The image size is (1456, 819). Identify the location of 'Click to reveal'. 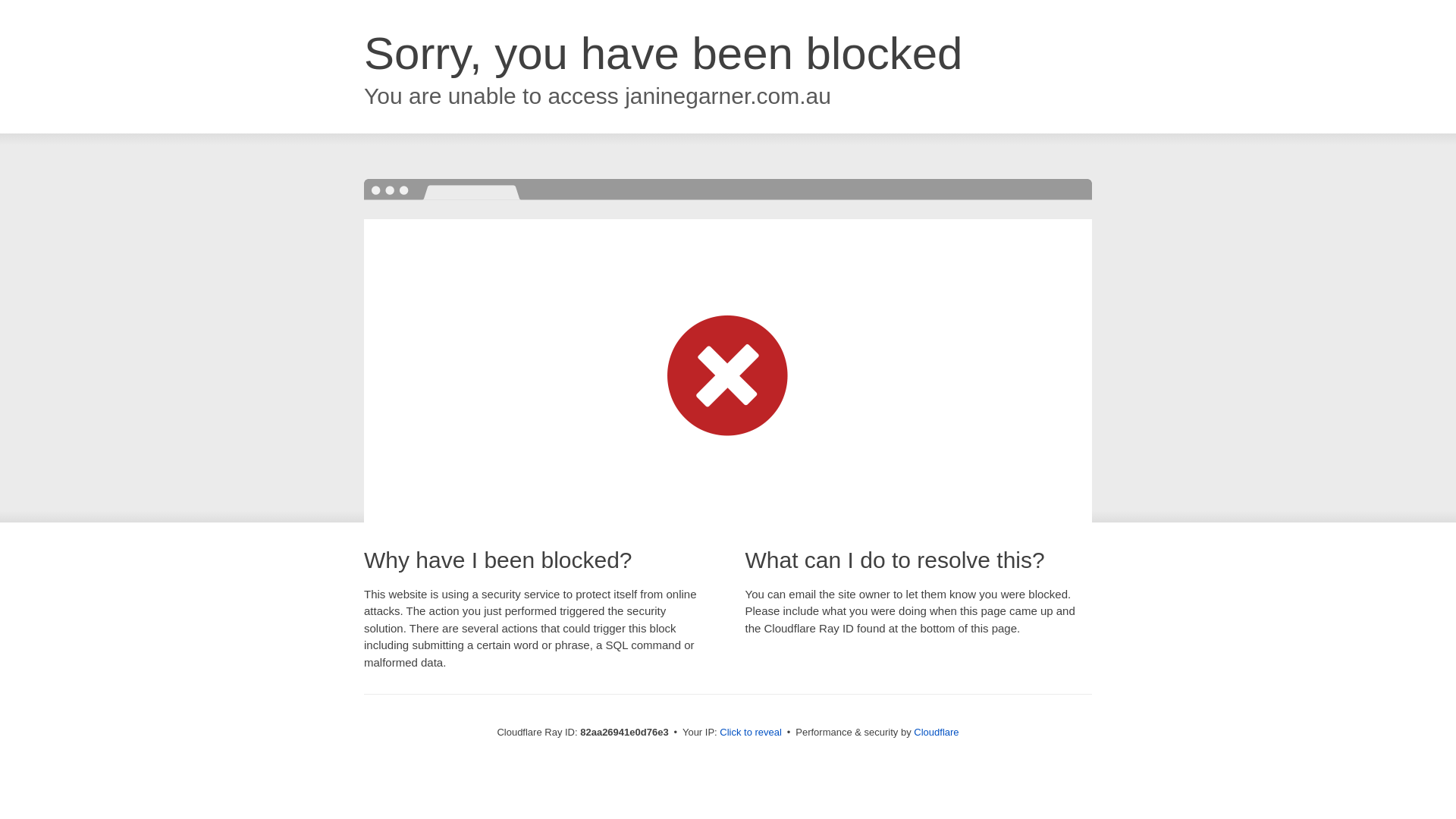
(750, 731).